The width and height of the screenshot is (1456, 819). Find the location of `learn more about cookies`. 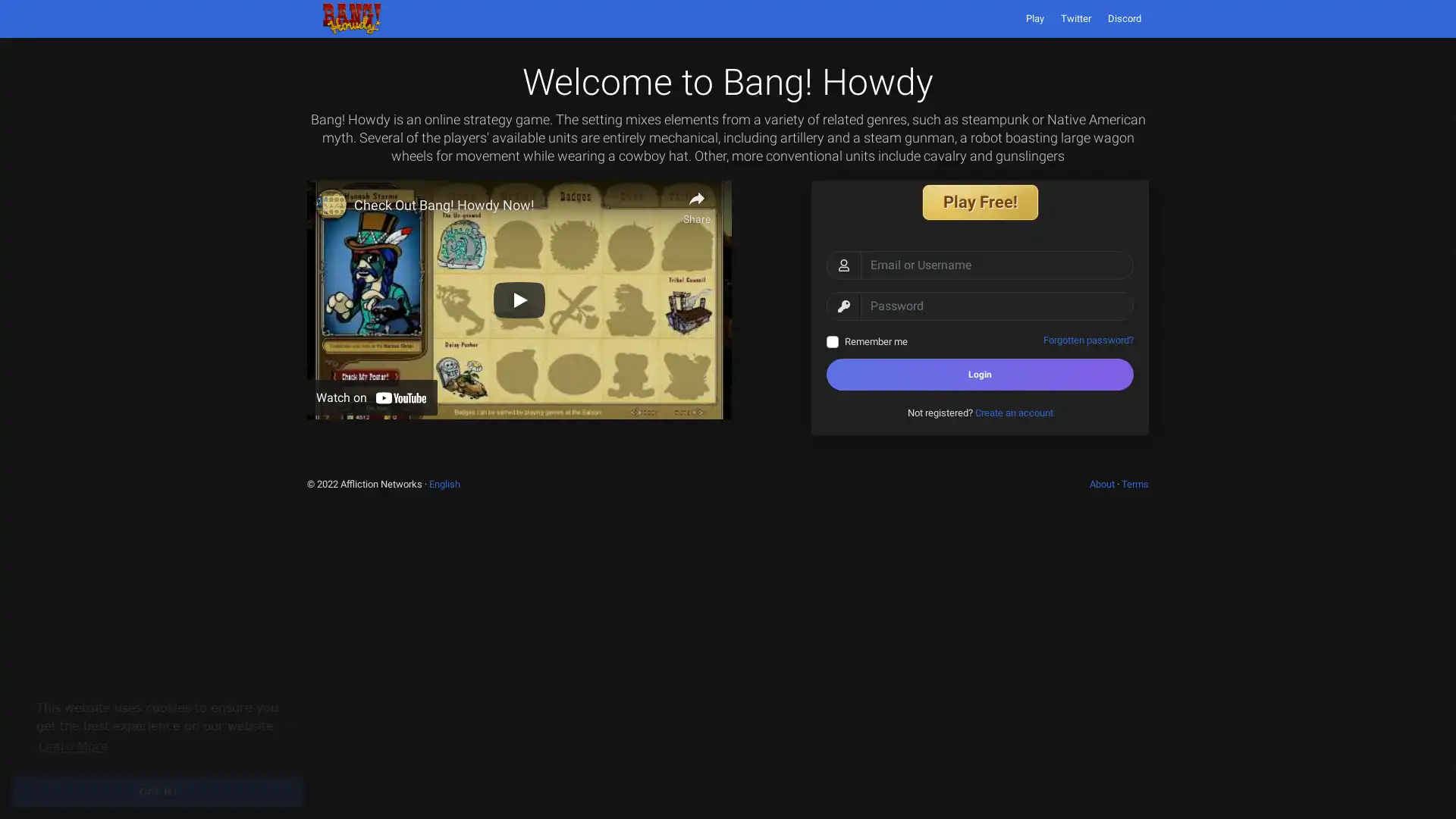

learn more about cookies is located at coordinates (72, 745).